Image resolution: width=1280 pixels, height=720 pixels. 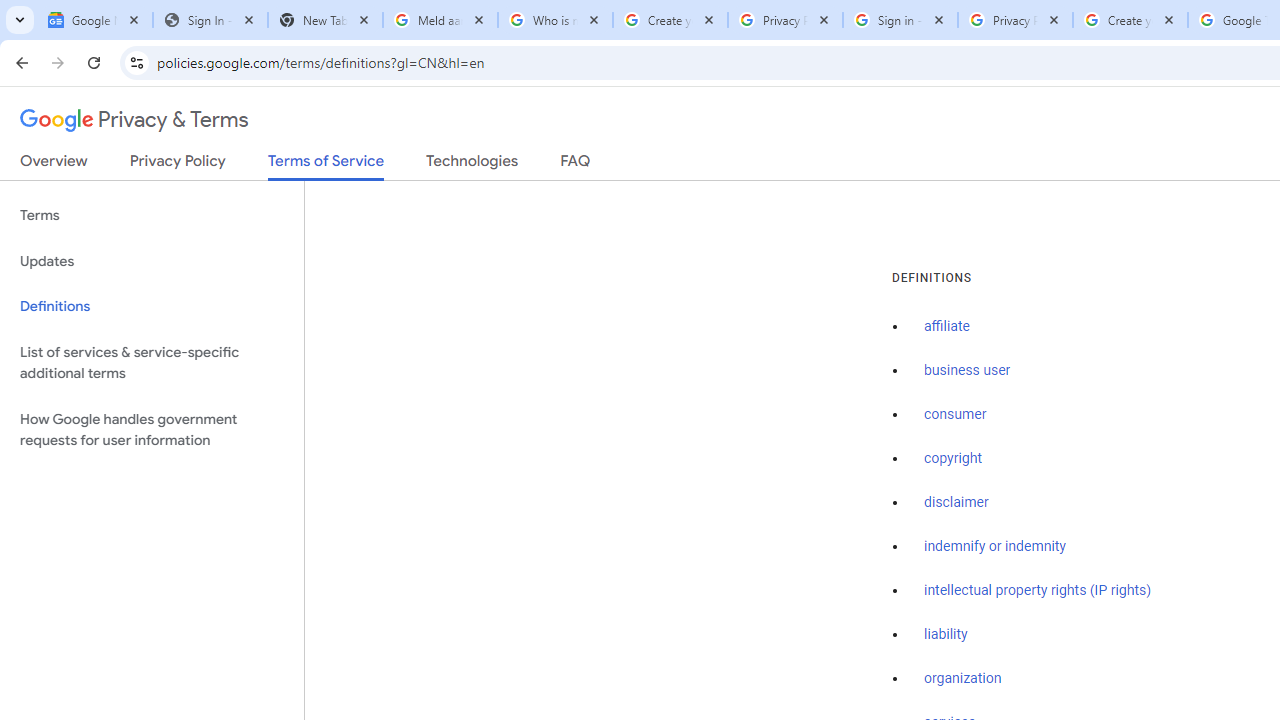 I want to click on 'Google News', so click(x=94, y=20).